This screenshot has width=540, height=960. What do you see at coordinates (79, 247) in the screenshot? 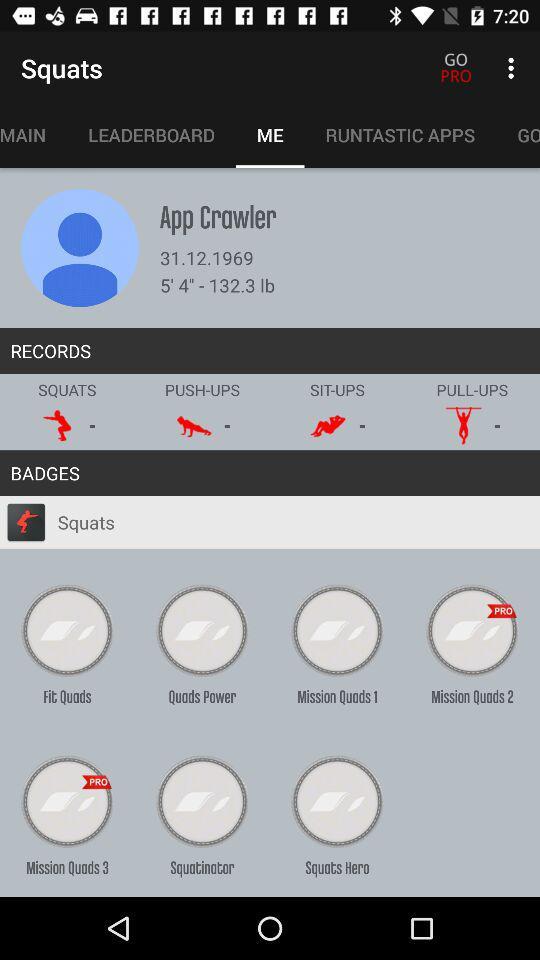
I see `user picture` at bounding box center [79, 247].